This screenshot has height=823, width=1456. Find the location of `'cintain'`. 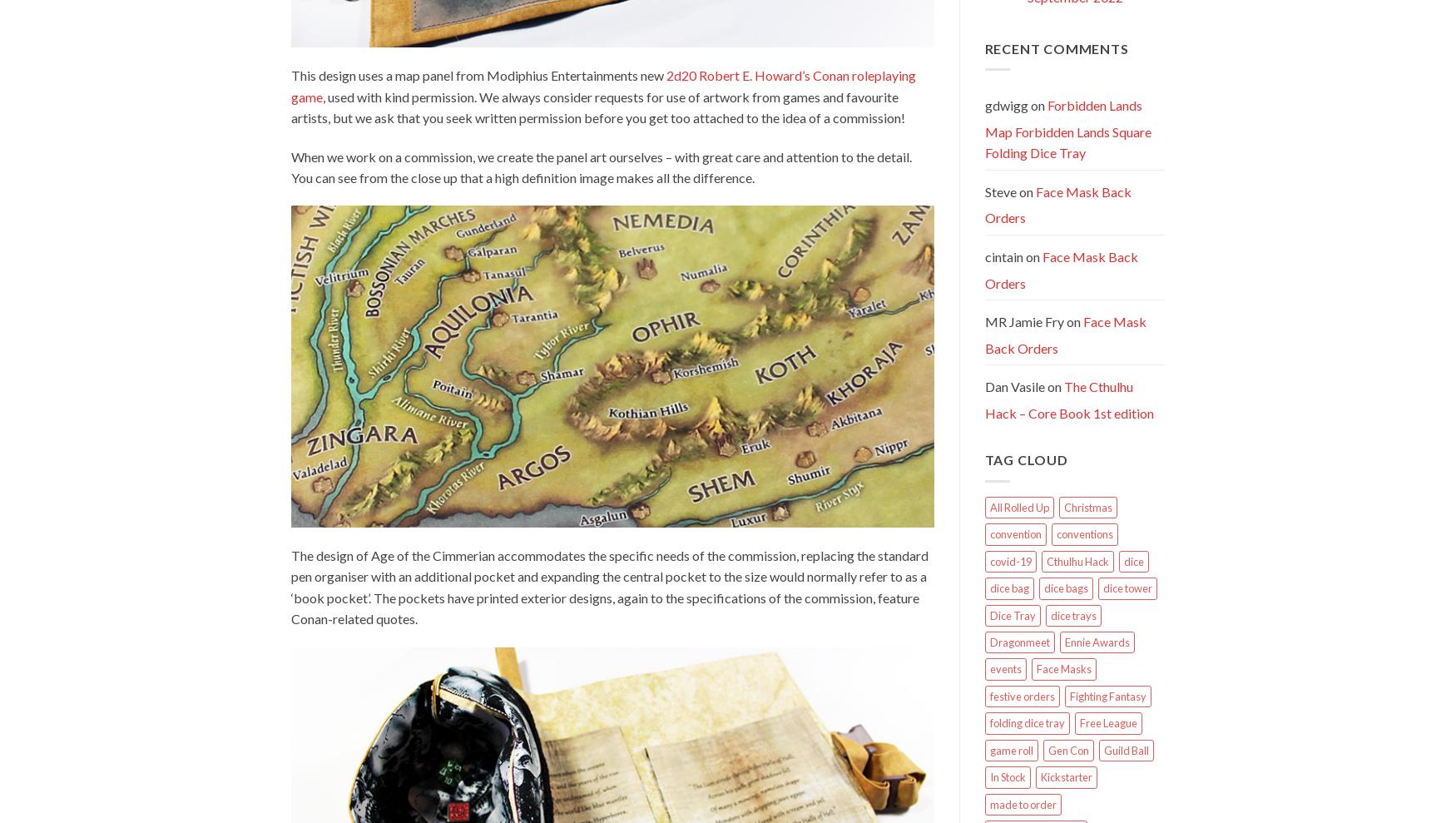

'cintain' is located at coordinates (1003, 255).